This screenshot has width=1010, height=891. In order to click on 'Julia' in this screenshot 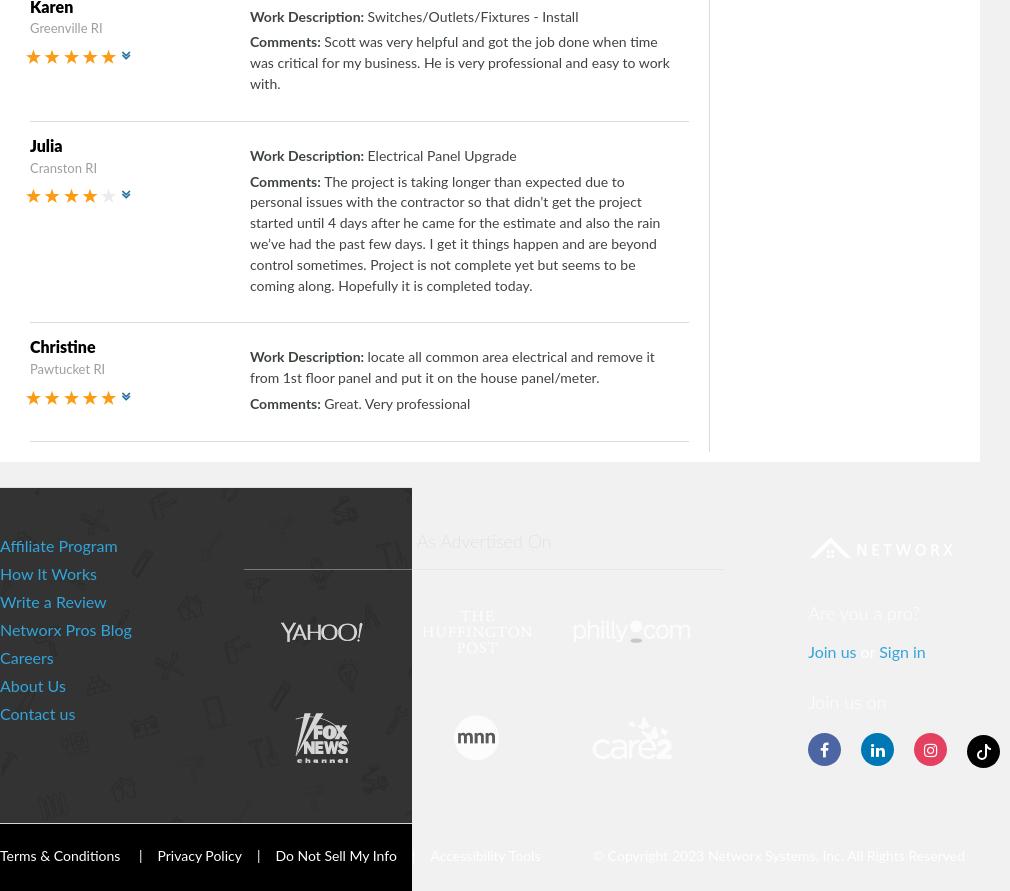, I will do `click(44, 145)`.